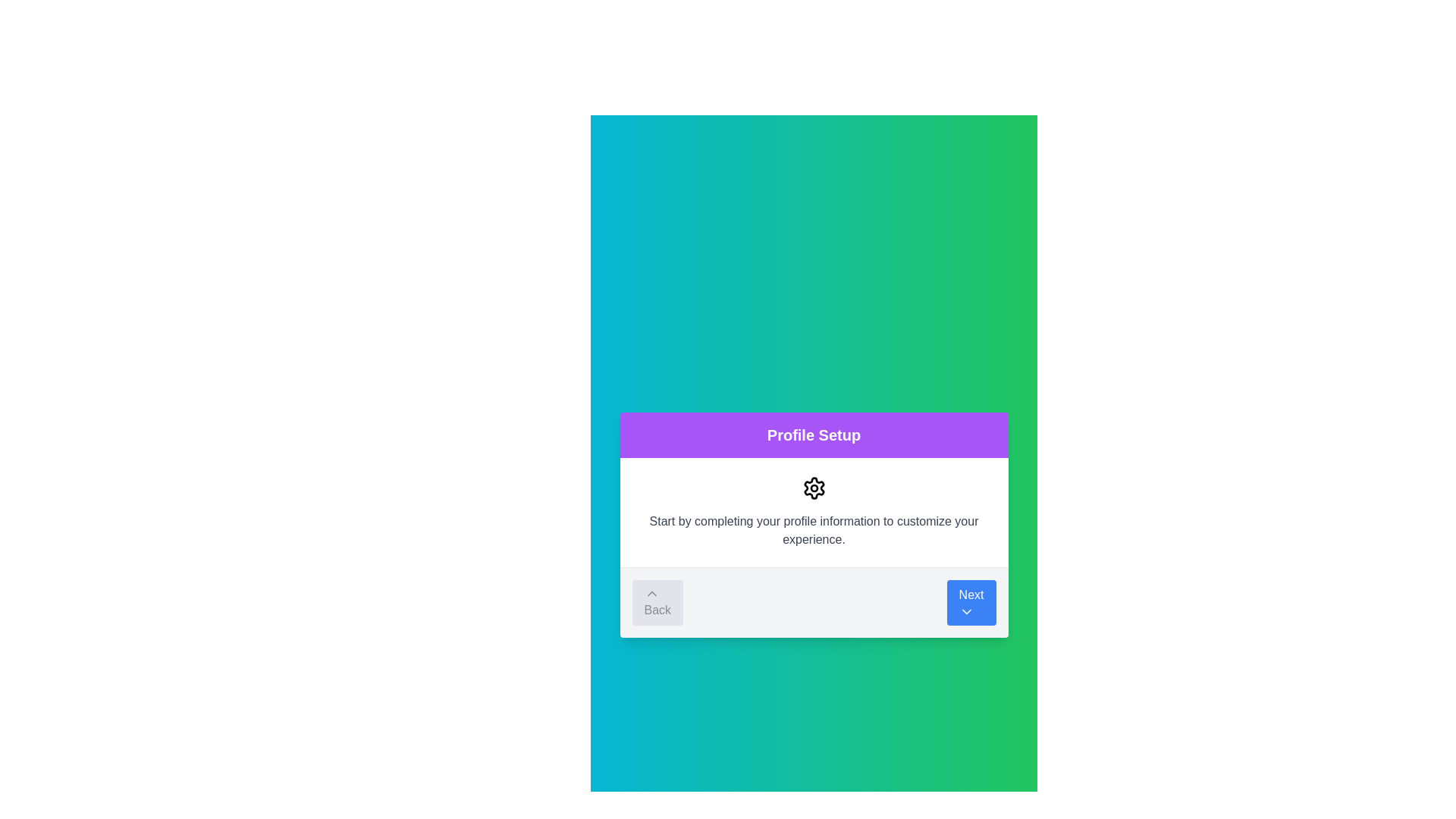 The image size is (1456, 819). Describe the element at coordinates (651, 592) in the screenshot. I see `the small upward-pointing chevron icon located within the 'Back' button on the left side of the footer section of the dialog box` at that location.